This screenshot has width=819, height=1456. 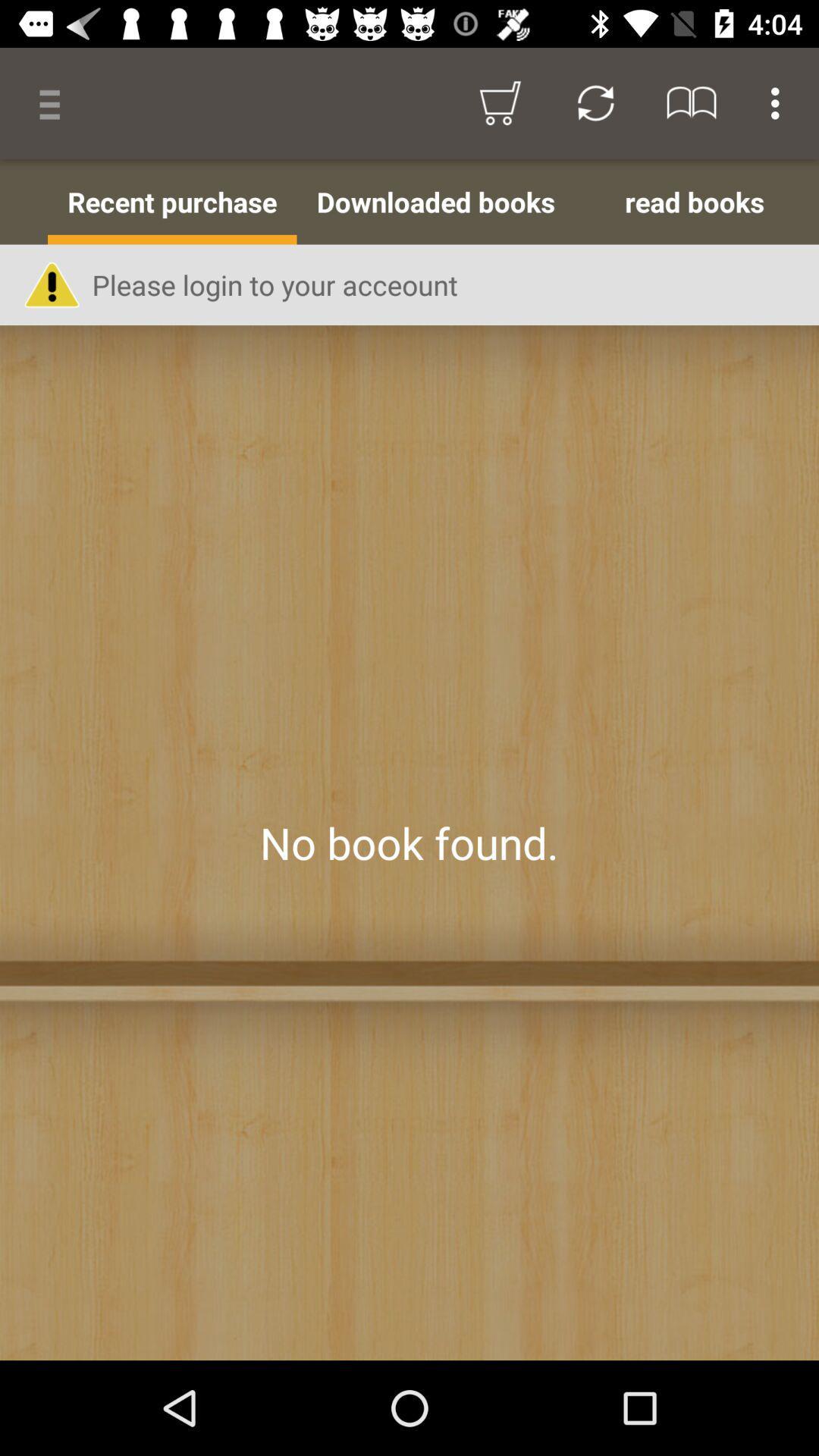 What do you see at coordinates (24, 201) in the screenshot?
I see `the icon next to the recent purchase icon` at bounding box center [24, 201].